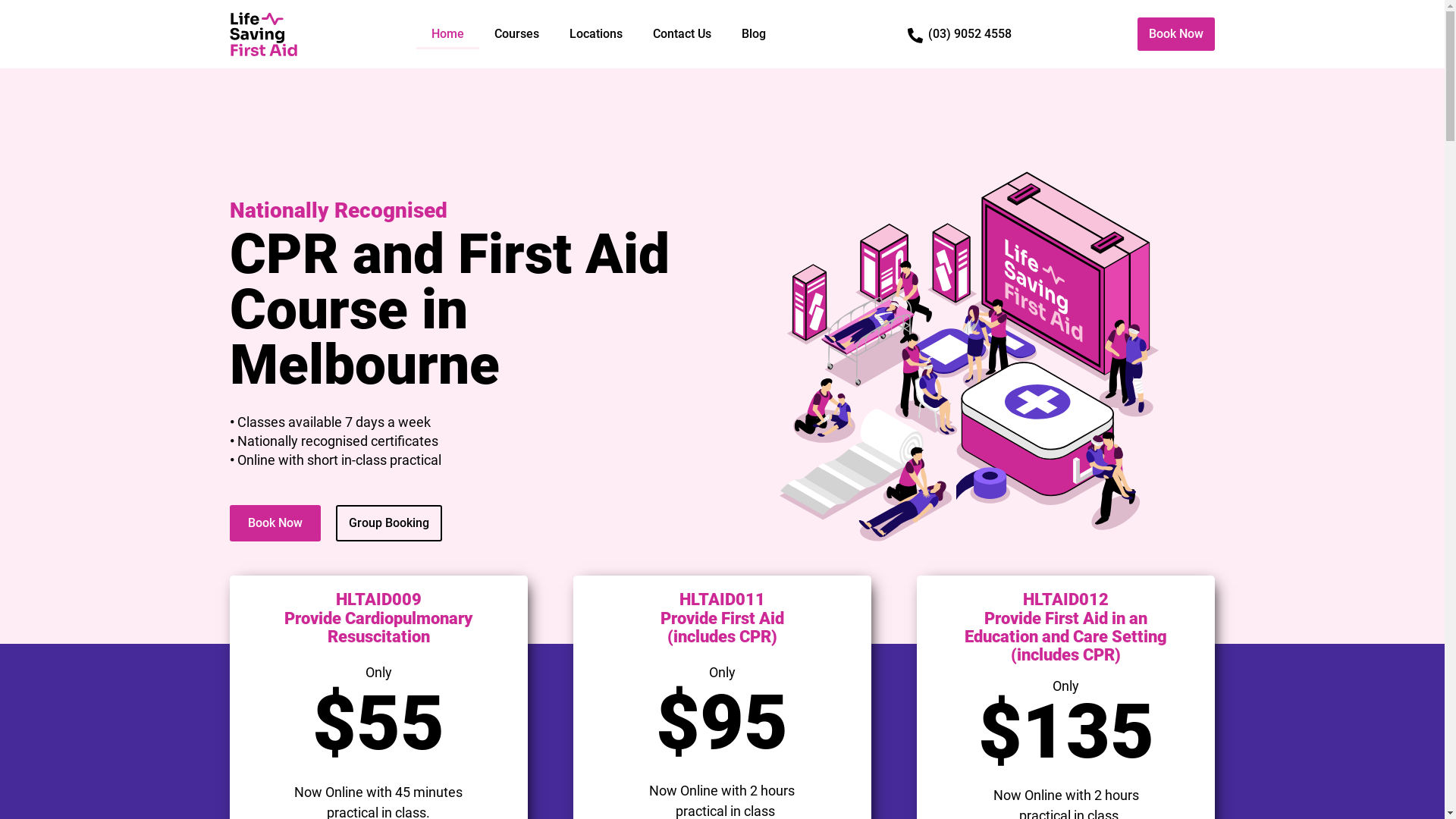 Image resolution: width=1456 pixels, height=819 pixels. What do you see at coordinates (274, 522) in the screenshot?
I see `'Book Now'` at bounding box center [274, 522].